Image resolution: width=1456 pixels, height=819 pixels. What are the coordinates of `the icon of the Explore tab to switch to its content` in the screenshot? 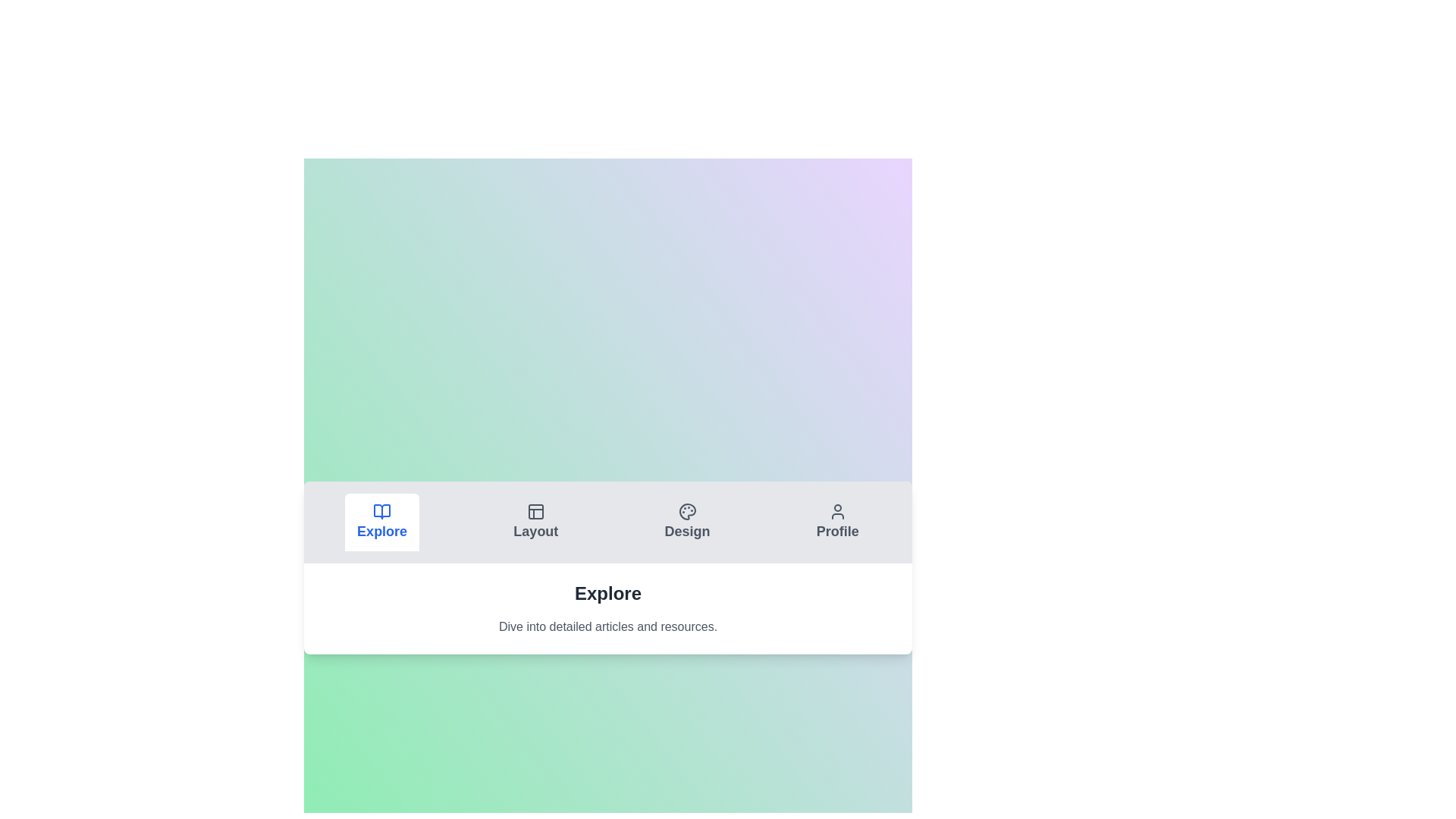 It's located at (382, 512).